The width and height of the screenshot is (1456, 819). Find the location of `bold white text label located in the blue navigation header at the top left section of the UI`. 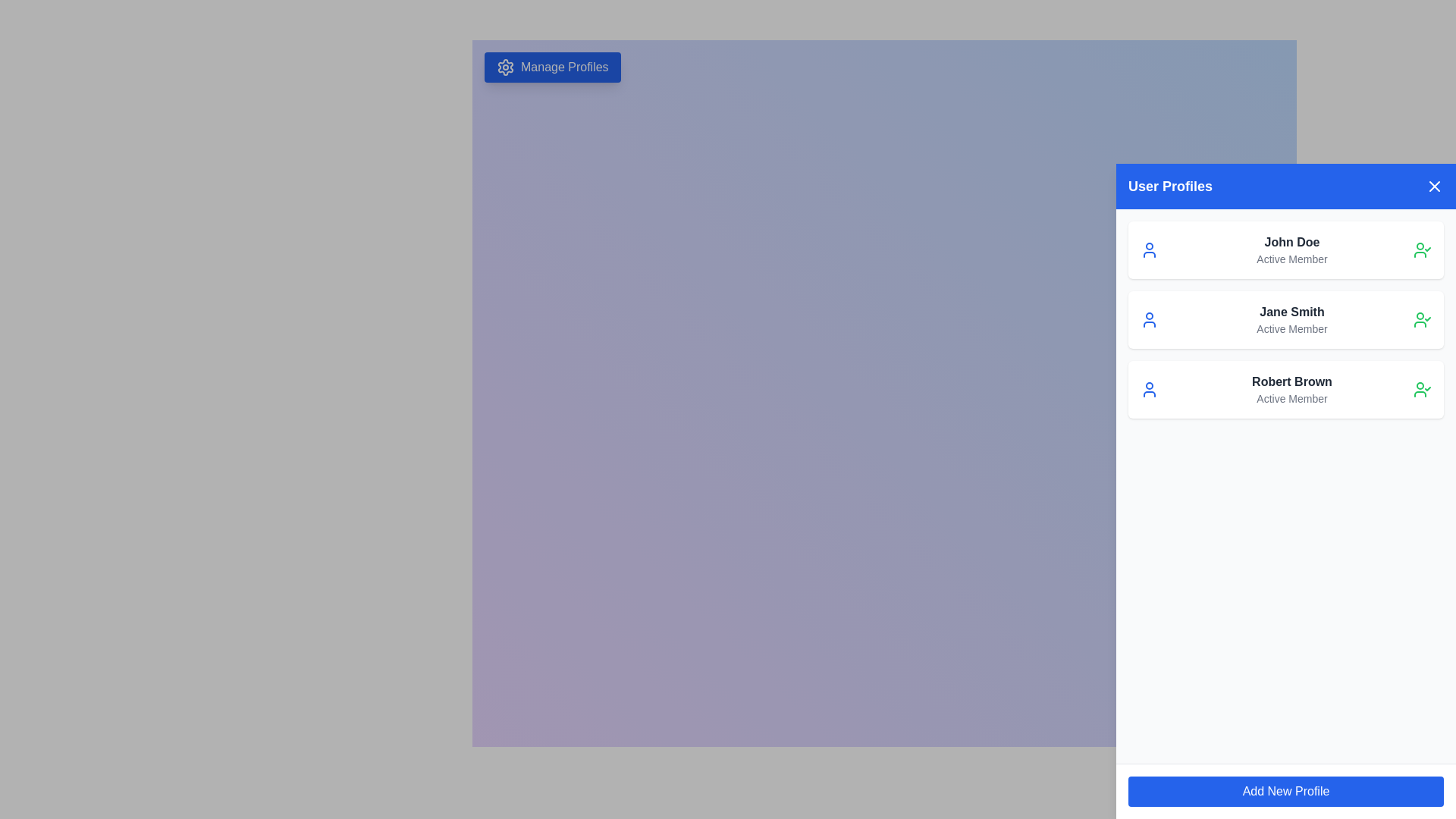

bold white text label located in the blue navigation header at the top left section of the UI is located at coordinates (1169, 186).